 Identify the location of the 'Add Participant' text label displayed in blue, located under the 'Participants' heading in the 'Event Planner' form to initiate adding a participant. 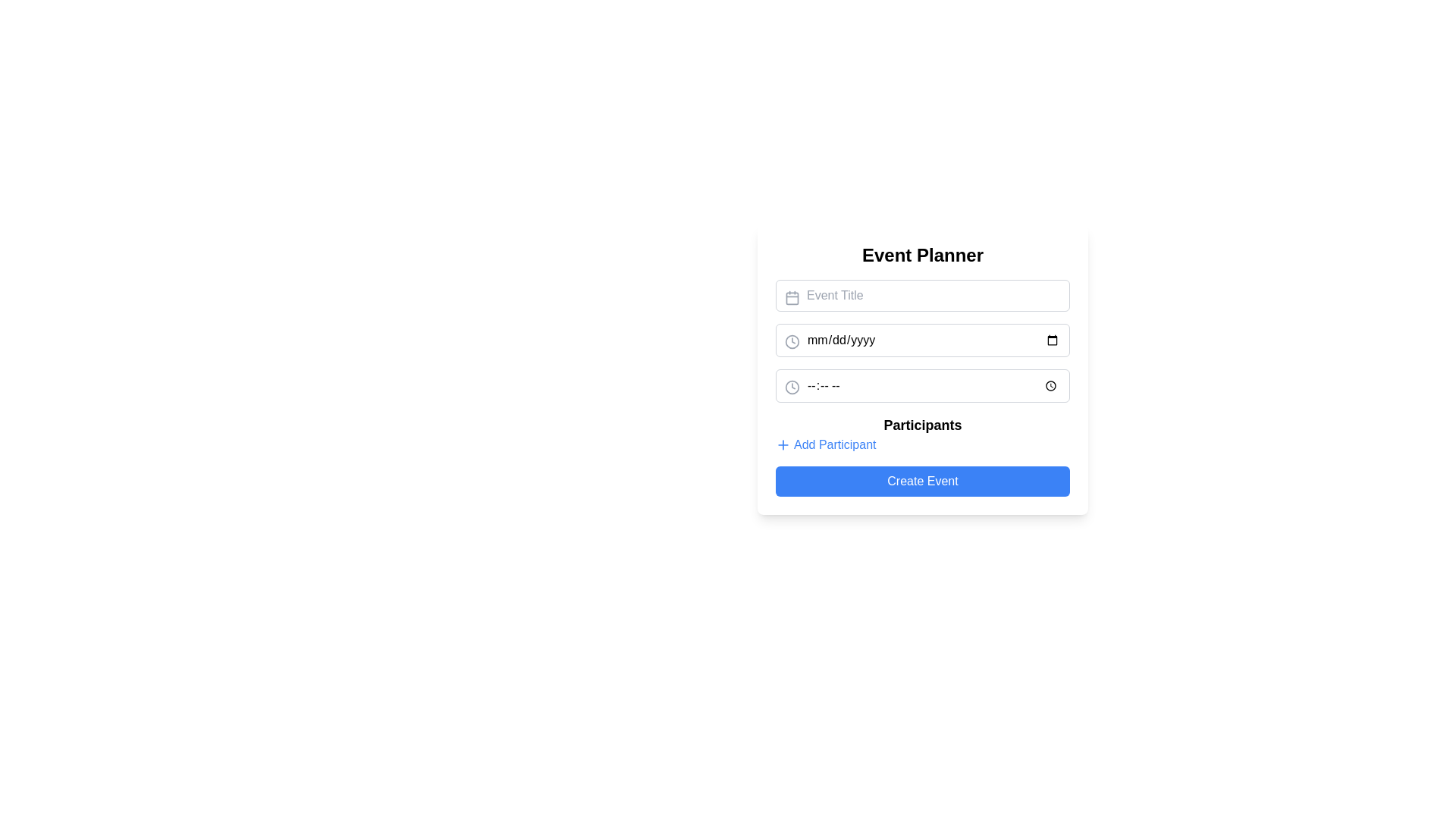
(834, 444).